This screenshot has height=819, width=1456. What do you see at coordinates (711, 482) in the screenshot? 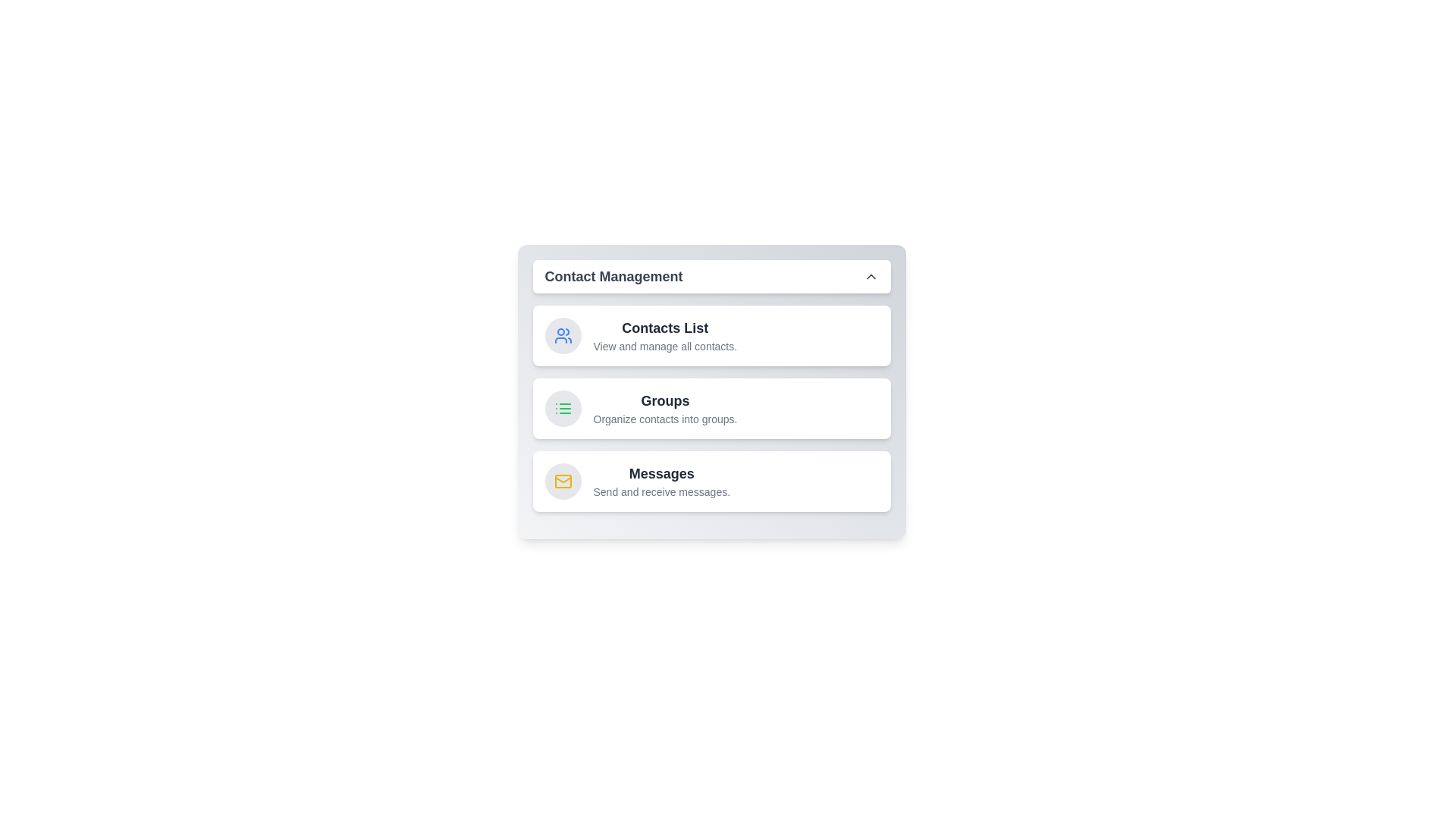
I see `the menu item Messages to view its hover effect` at bounding box center [711, 482].